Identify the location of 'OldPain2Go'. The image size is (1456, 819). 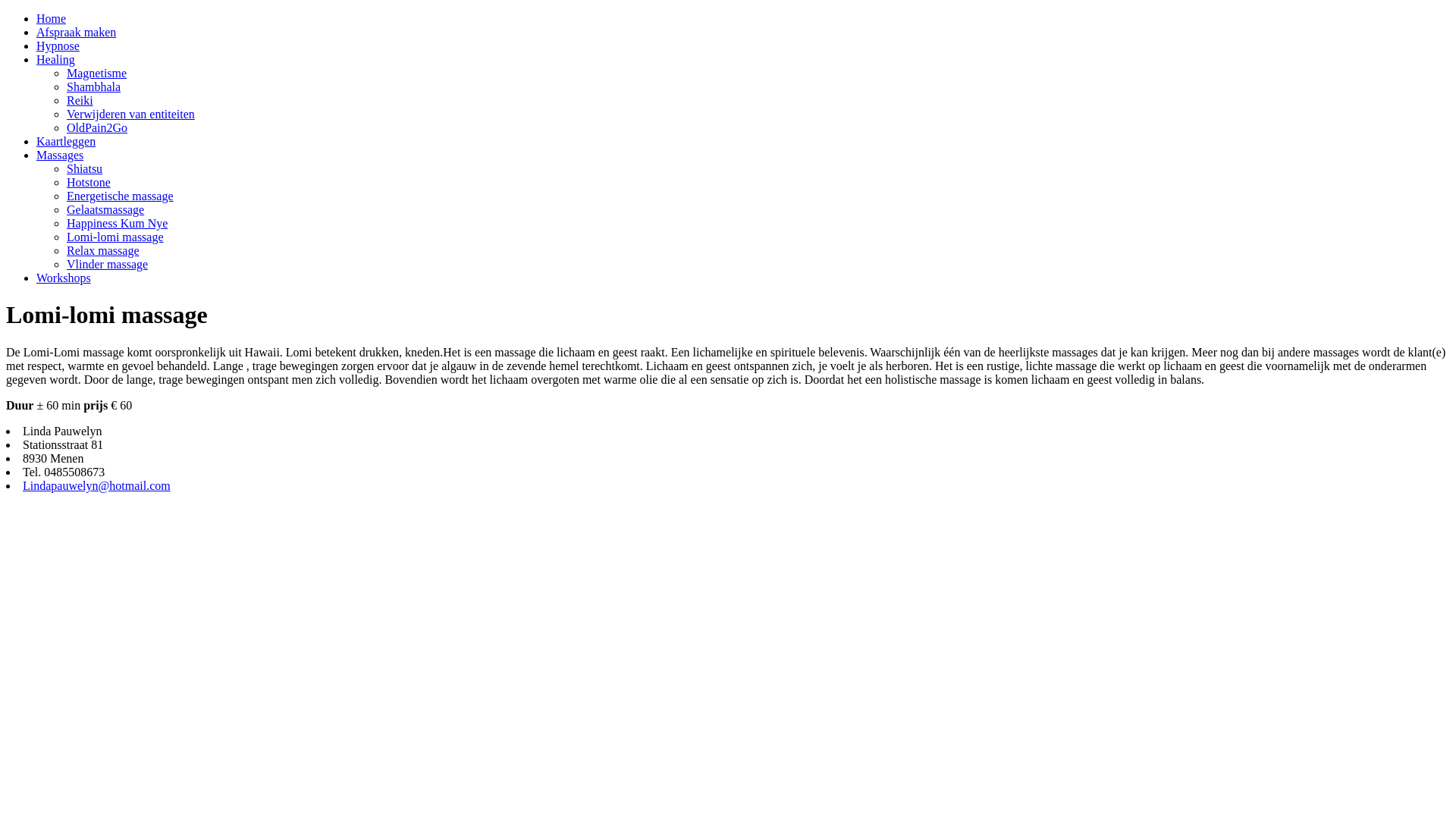
(96, 127).